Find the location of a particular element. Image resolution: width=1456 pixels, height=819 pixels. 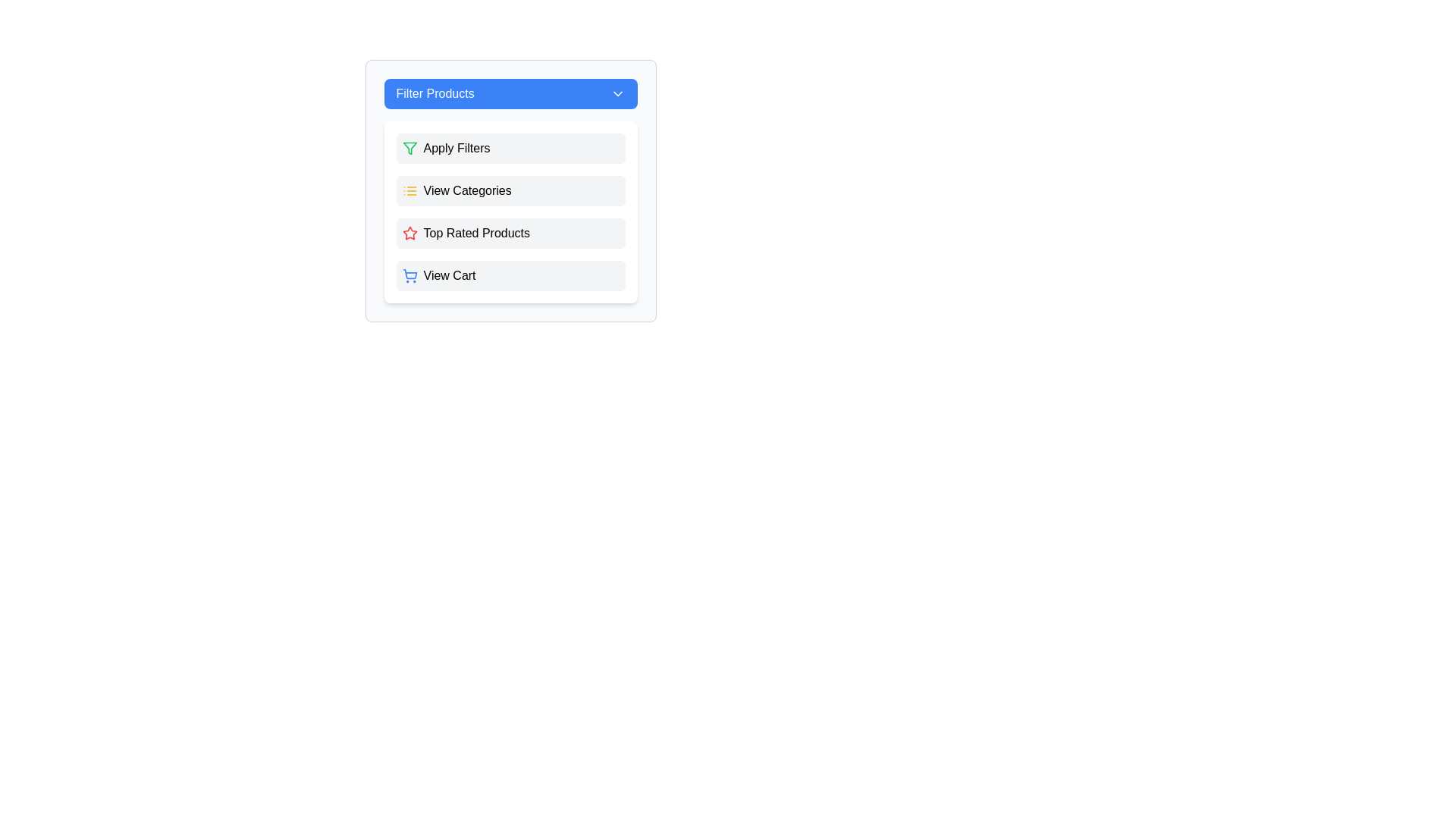

the red star-shaped icon located to the left of the 'Top Rated Products' text for recognition is located at coordinates (409, 234).